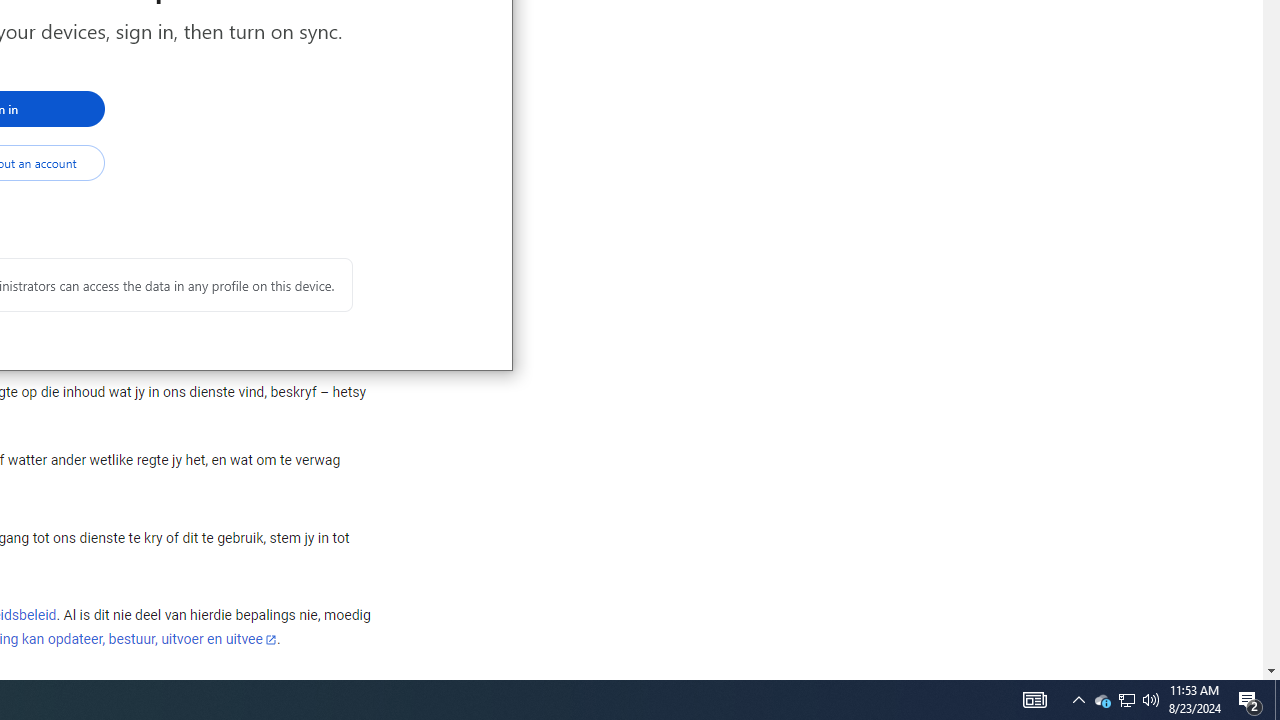 This screenshot has width=1280, height=720. I want to click on 'Notification Chevron', so click(1078, 698).